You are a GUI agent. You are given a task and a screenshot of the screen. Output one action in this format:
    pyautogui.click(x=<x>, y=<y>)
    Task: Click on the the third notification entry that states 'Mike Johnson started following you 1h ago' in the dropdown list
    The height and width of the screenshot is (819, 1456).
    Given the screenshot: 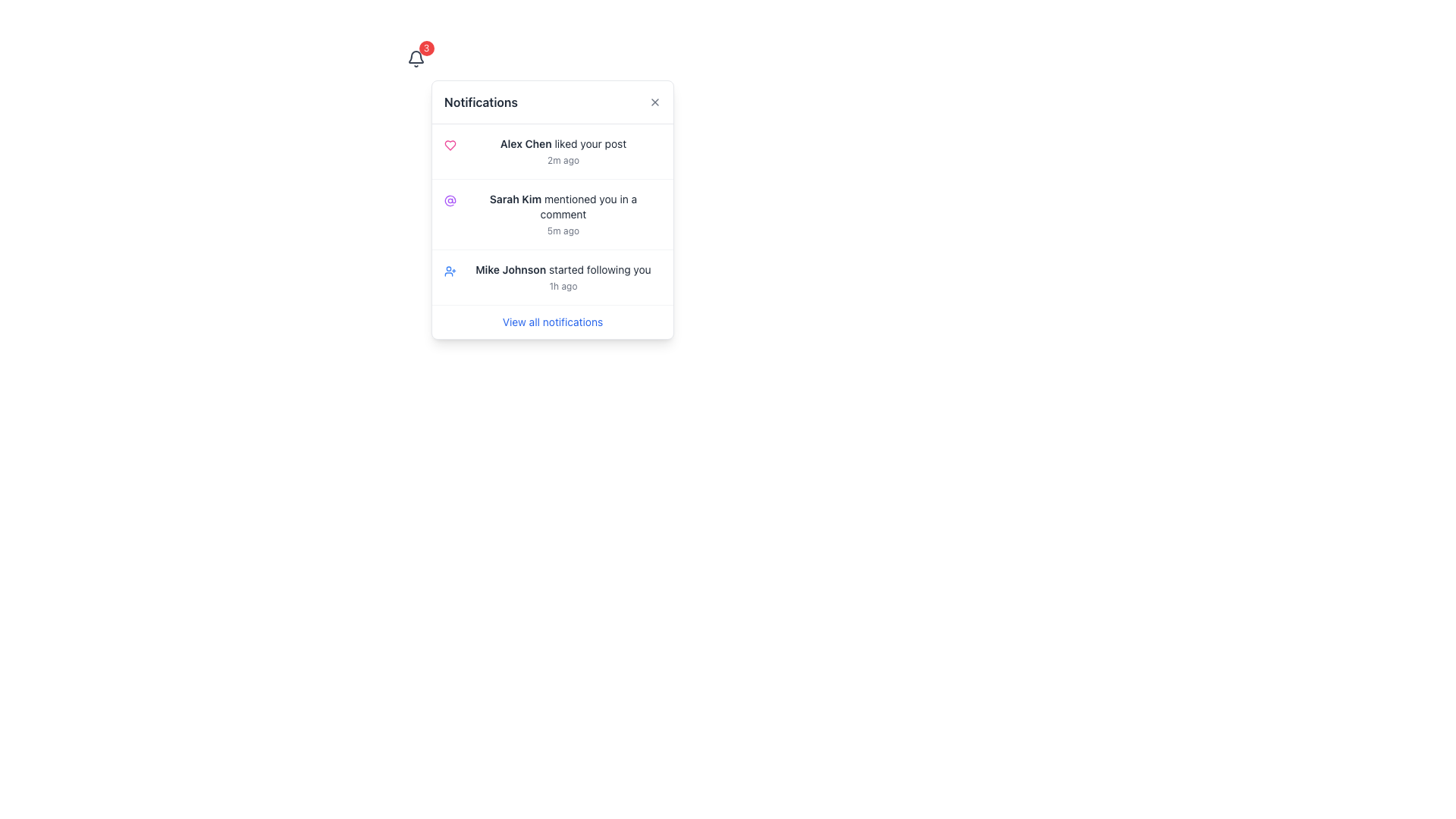 What is the action you would take?
    pyautogui.click(x=552, y=278)
    